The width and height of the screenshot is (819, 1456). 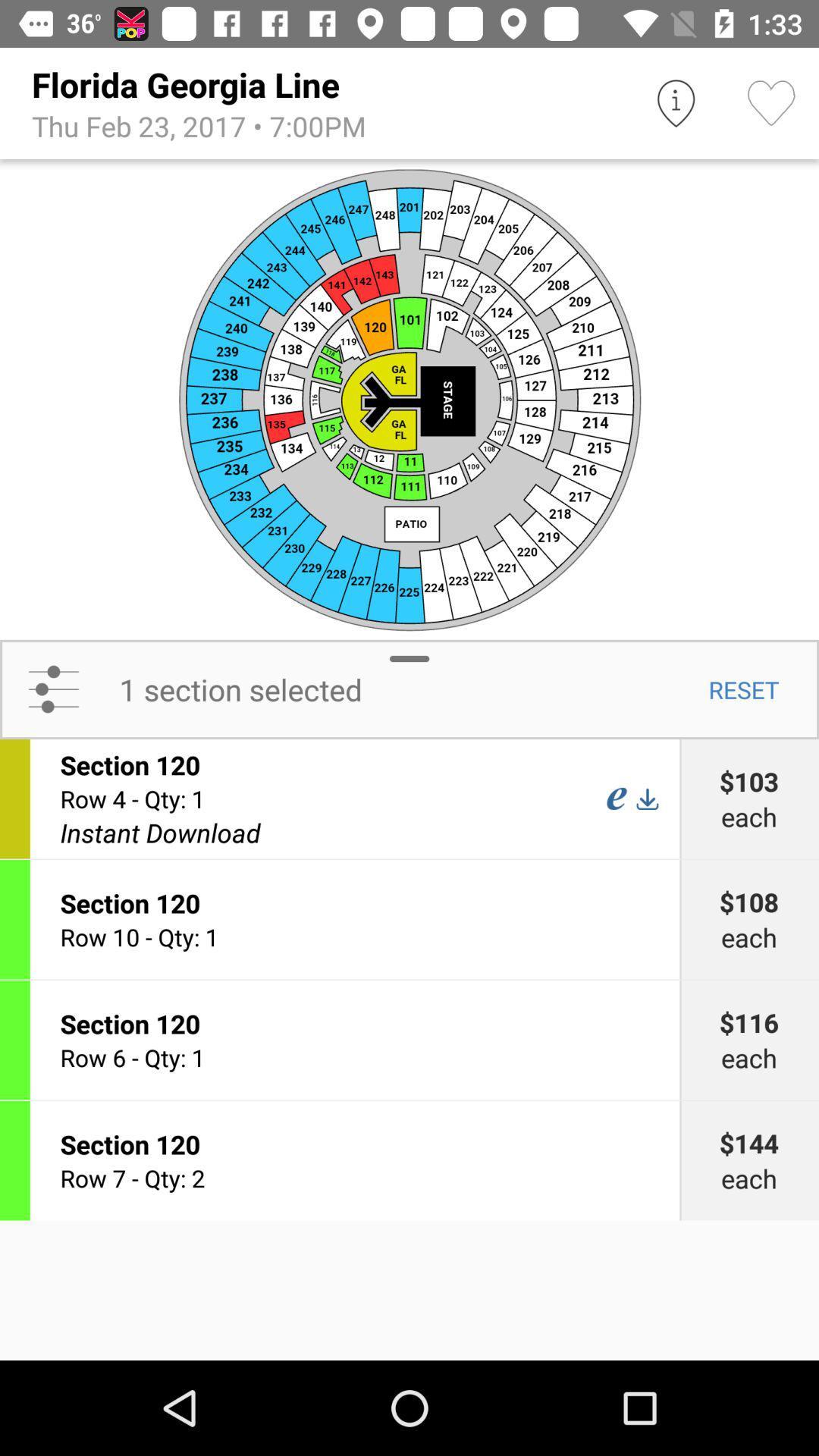 What do you see at coordinates (742, 689) in the screenshot?
I see `the item next to the 1 section selected` at bounding box center [742, 689].